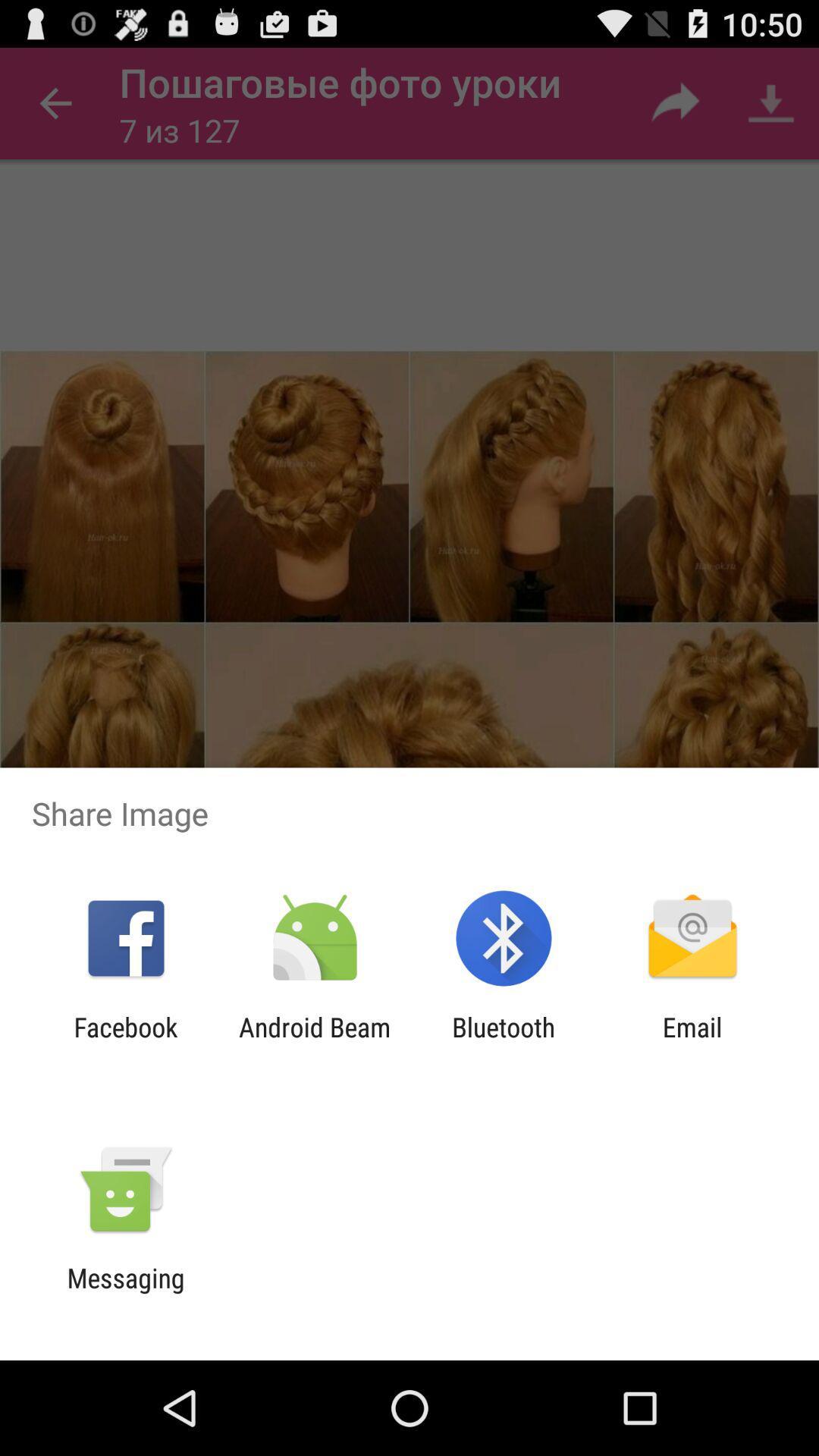 Image resolution: width=819 pixels, height=1456 pixels. What do you see at coordinates (692, 1042) in the screenshot?
I see `email item` at bounding box center [692, 1042].